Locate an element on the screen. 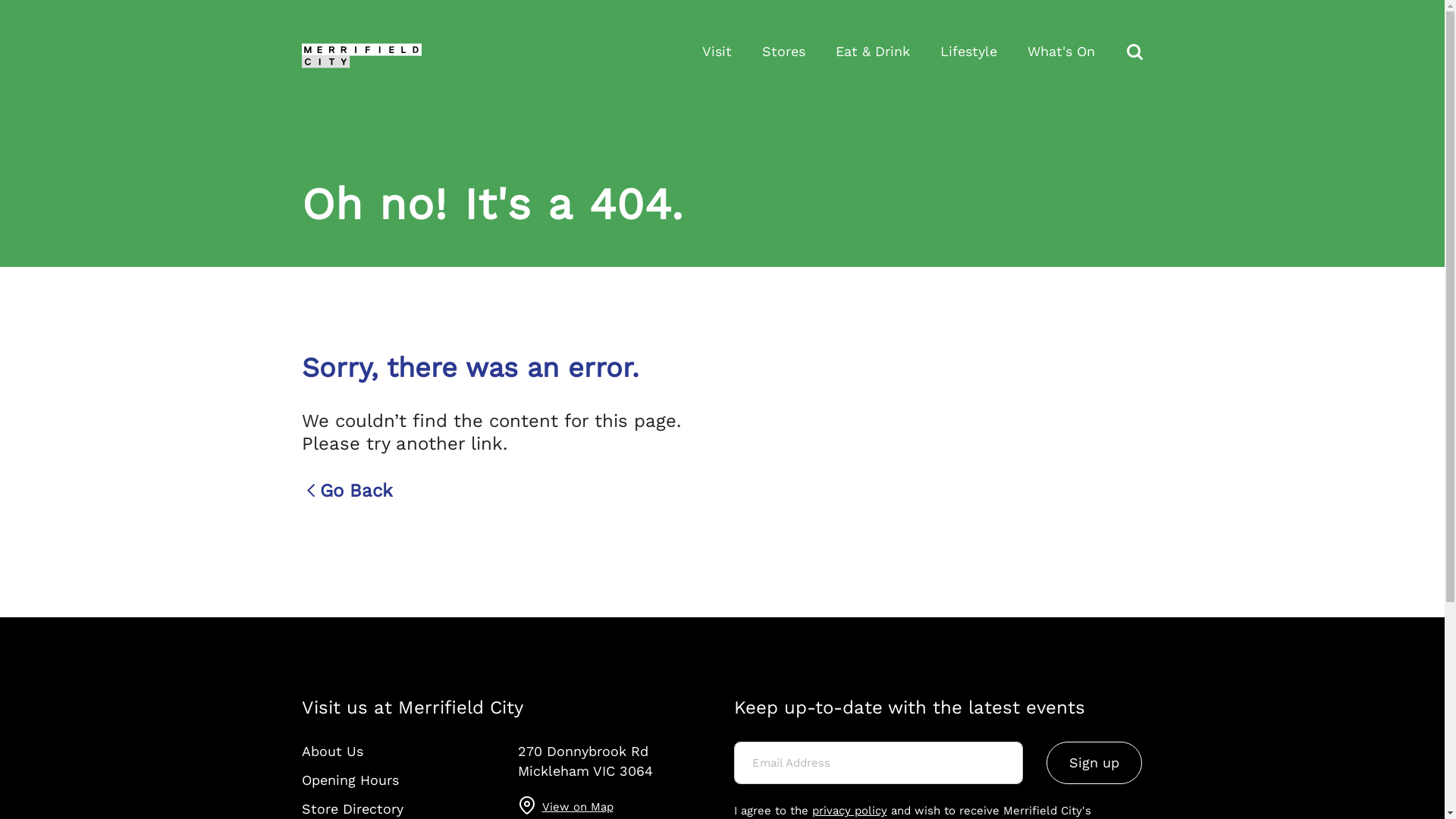 The width and height of the screenshot is (1456, 819). 'What's On' is located at coordinates (1059, 51).